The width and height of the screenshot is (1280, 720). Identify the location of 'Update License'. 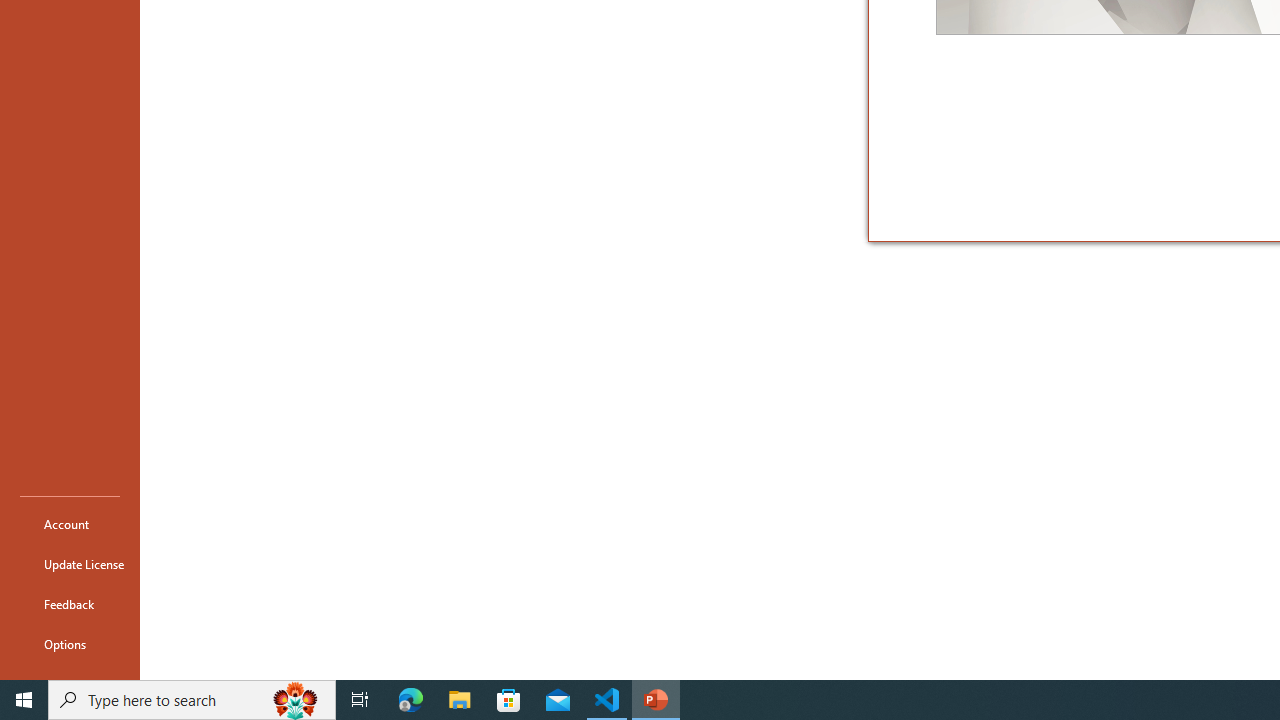
(69, 564).